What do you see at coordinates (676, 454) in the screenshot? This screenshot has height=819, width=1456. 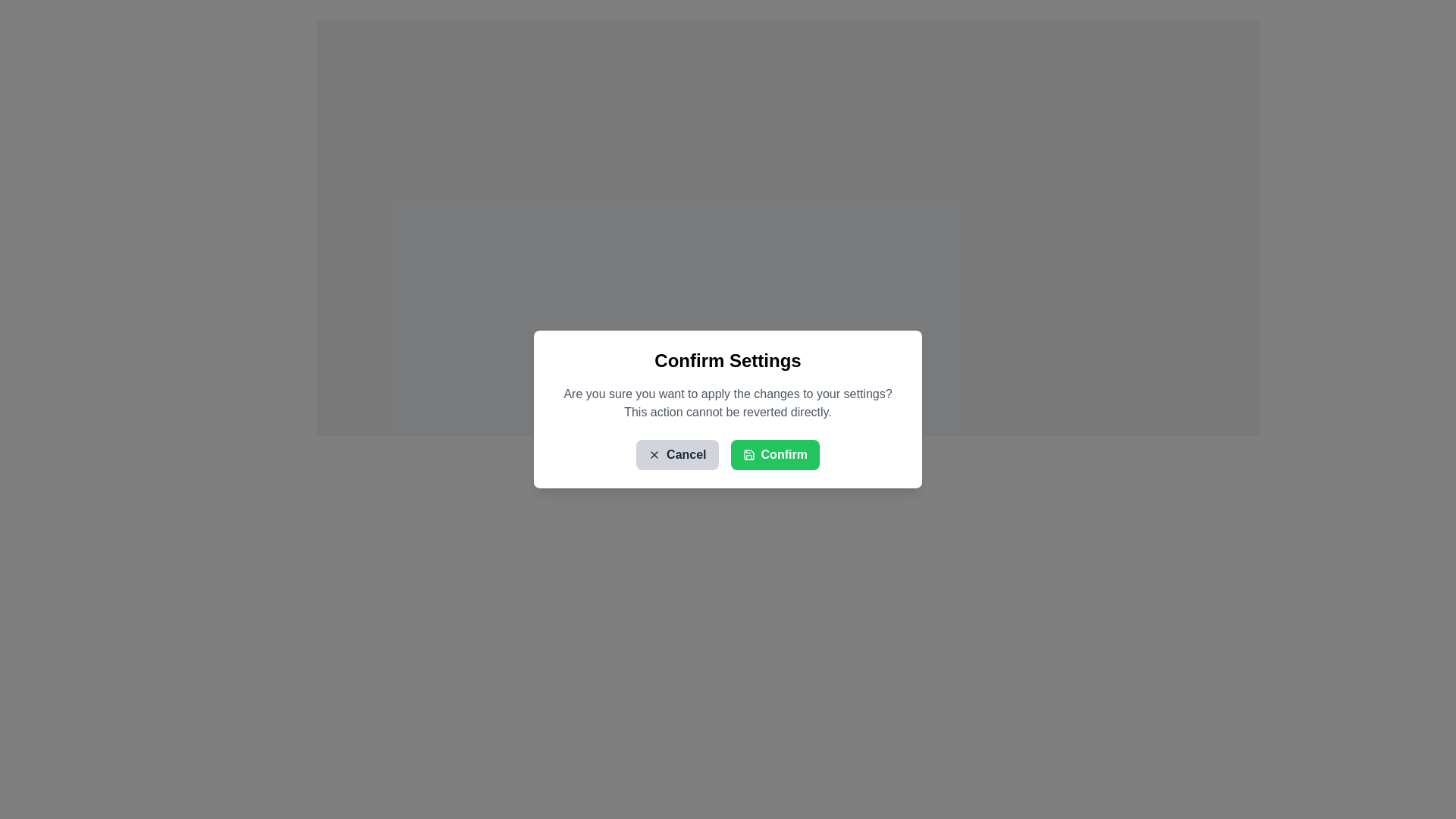 I see `the cancellation button in the dialog that aborts the current operation and closes the dialog without applying changes` at bounding box center [676, 454].